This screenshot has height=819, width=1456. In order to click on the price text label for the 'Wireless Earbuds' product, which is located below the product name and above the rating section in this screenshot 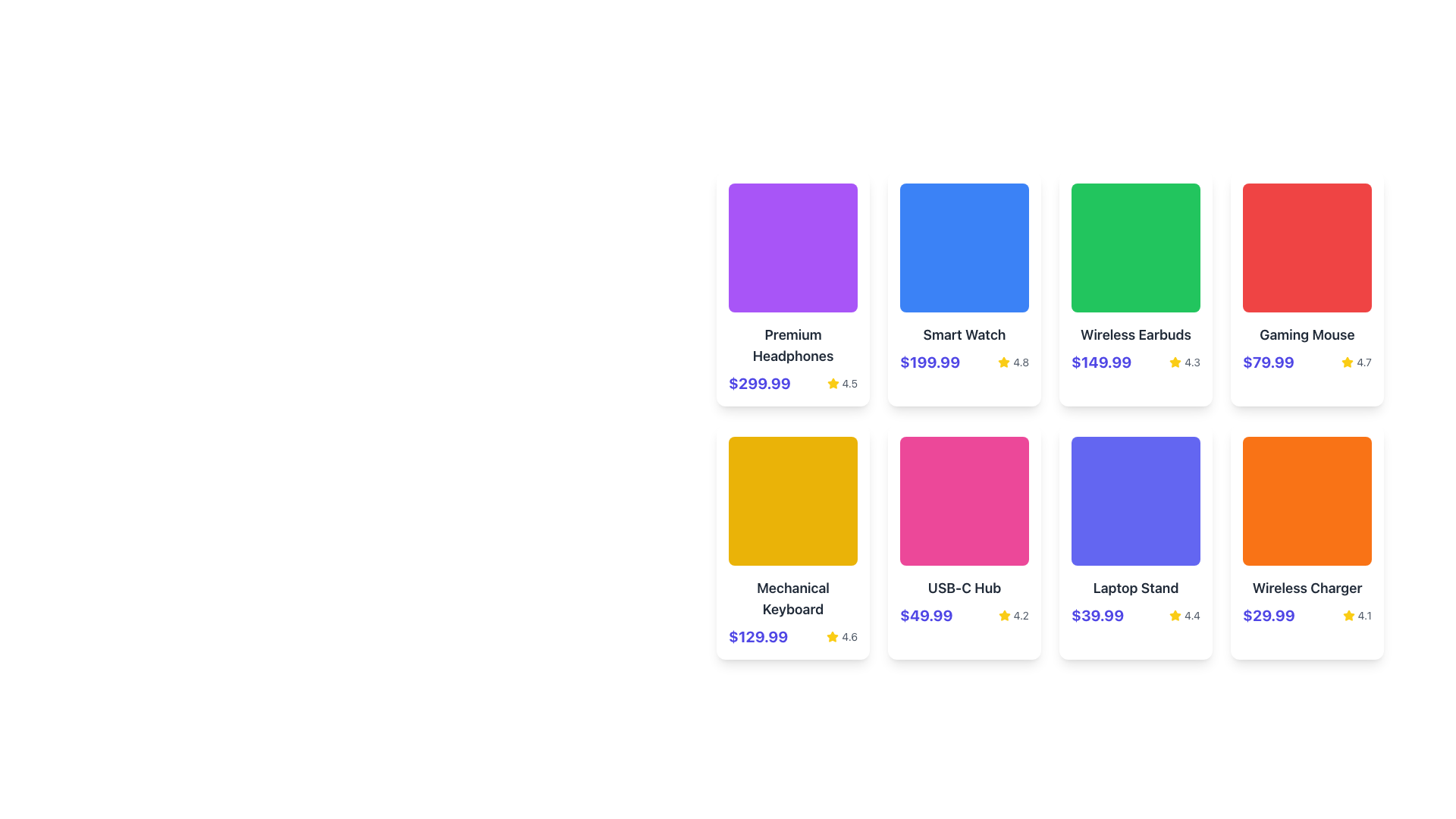, I will do `click(1101, 362)`.